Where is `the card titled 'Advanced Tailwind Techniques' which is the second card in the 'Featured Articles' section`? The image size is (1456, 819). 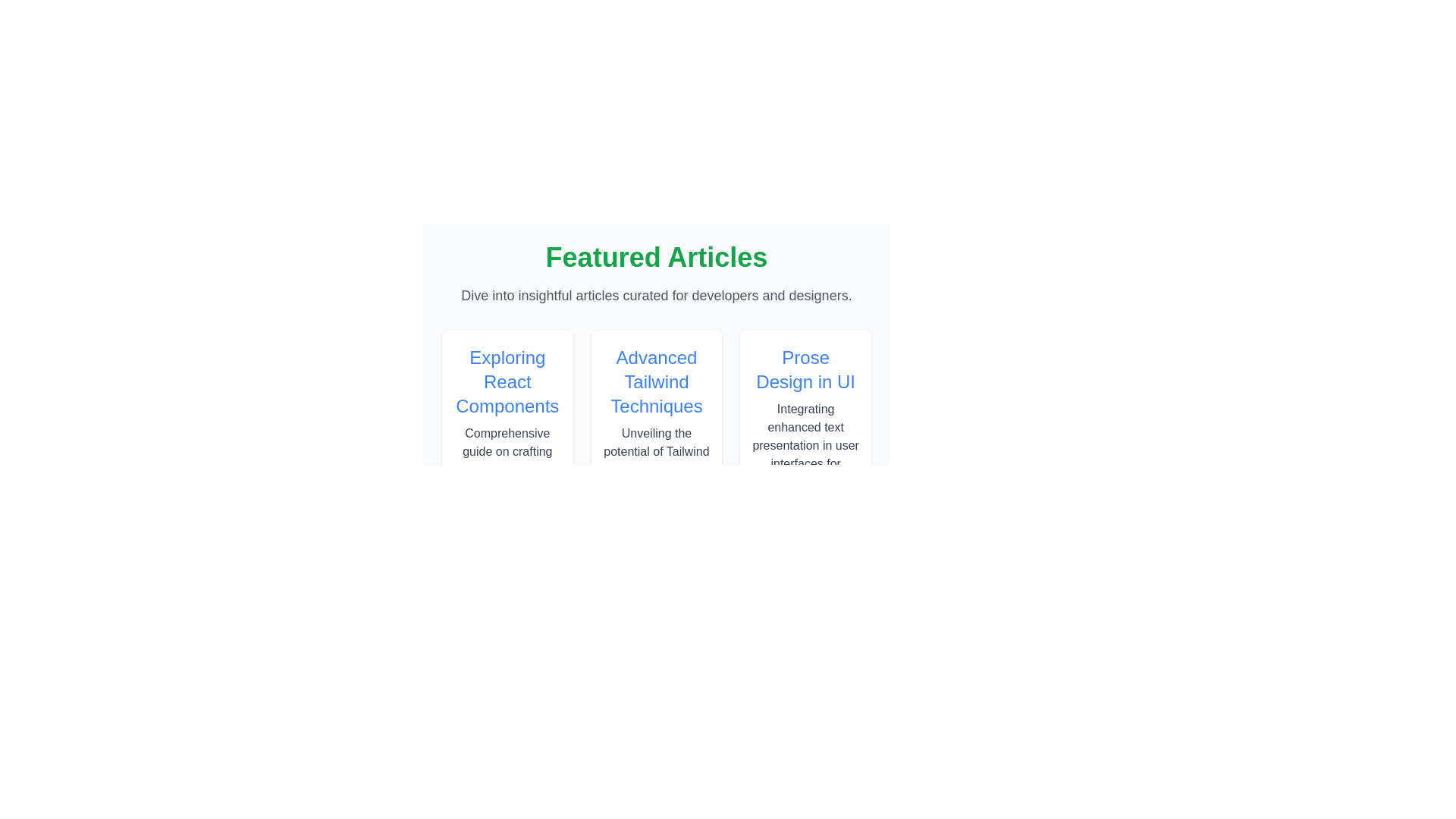
the card titled 'Advanced Tailwind Techniques' which is the second card in the 'Featured Articles' section is located at coordinates (656, 334).